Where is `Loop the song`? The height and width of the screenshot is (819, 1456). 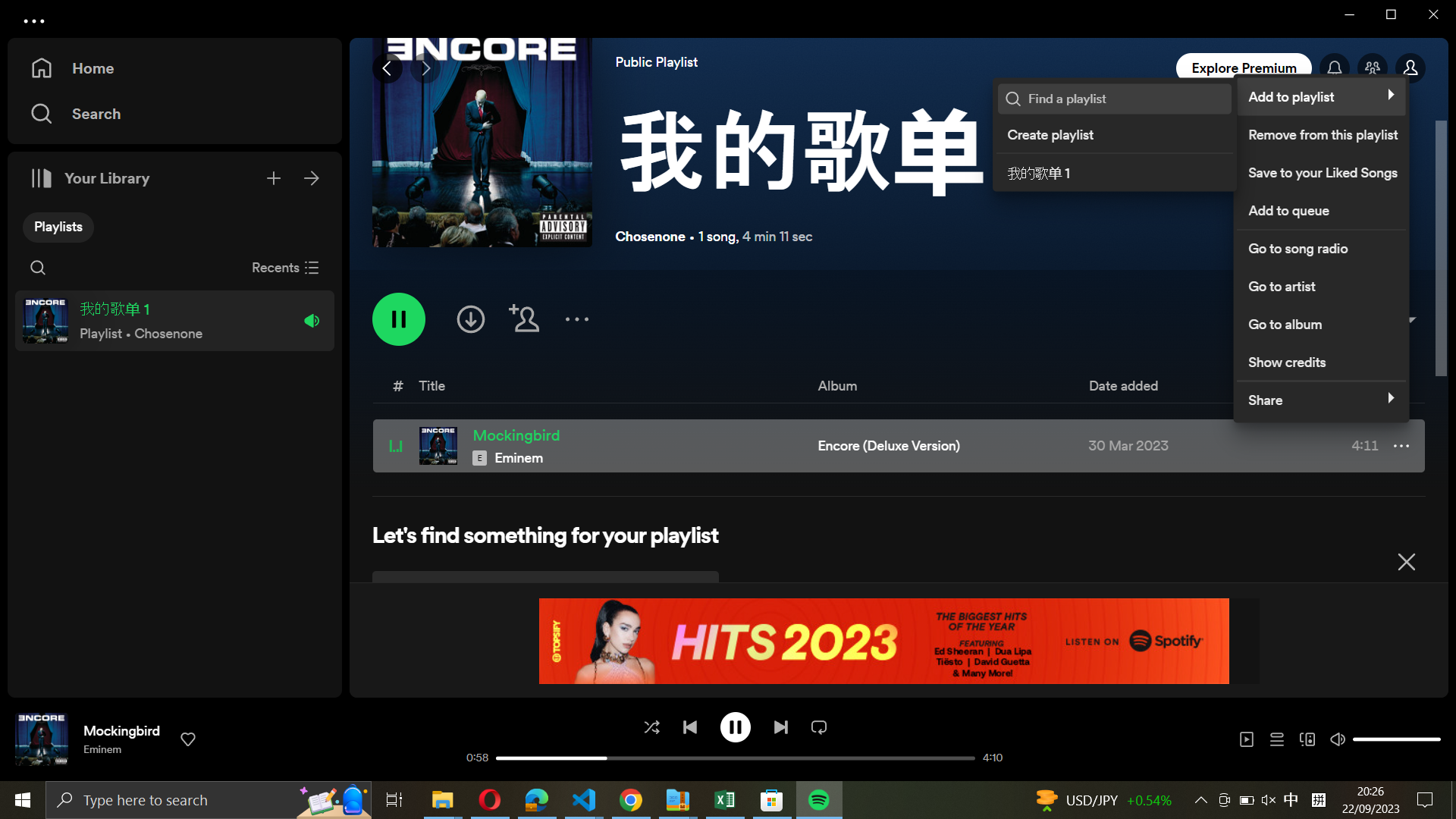 Loop the song is located at coordinates (818, 725).